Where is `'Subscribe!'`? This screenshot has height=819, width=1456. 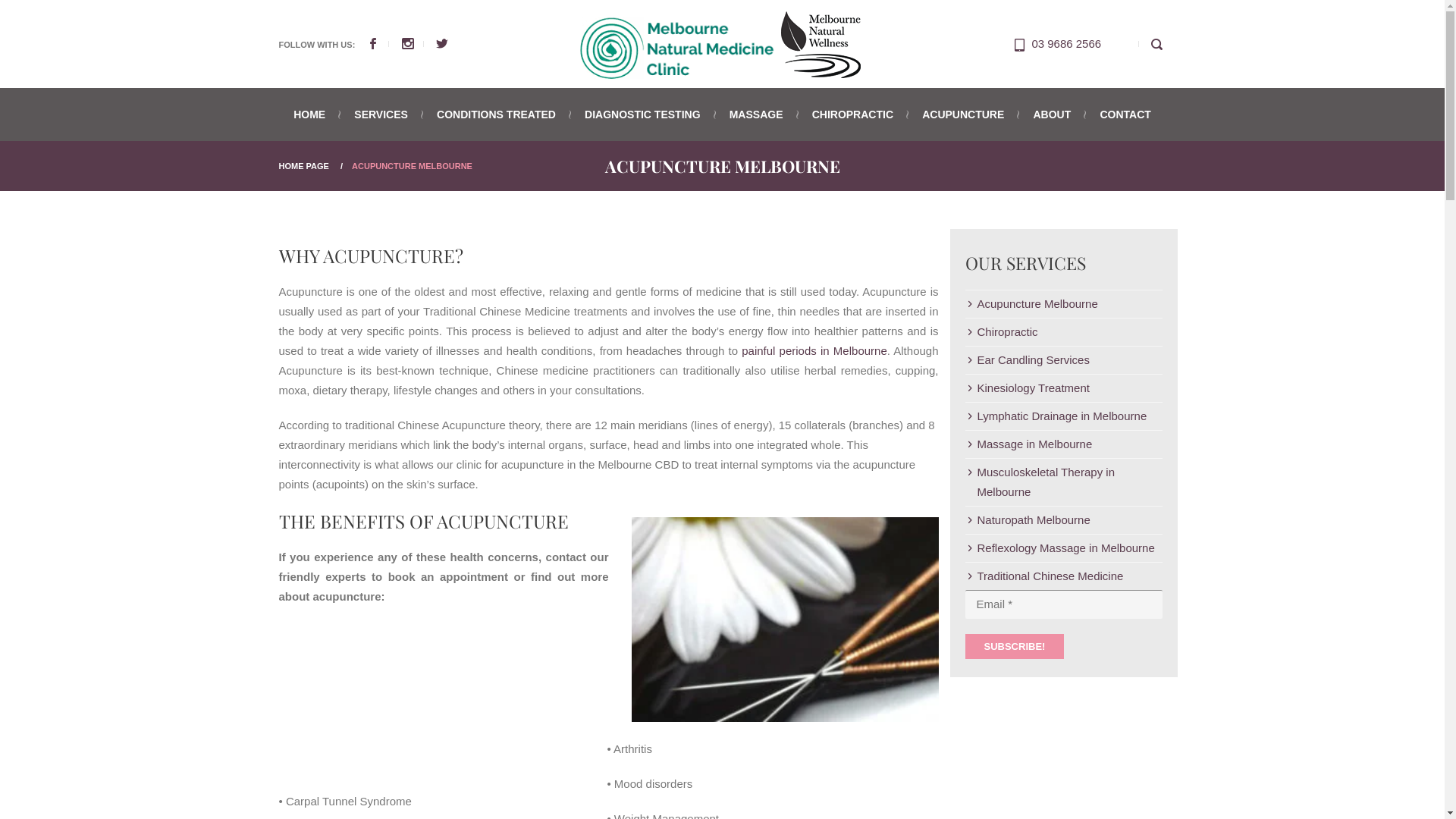 'Subscribe!' is located at coordinates (1014, 646).